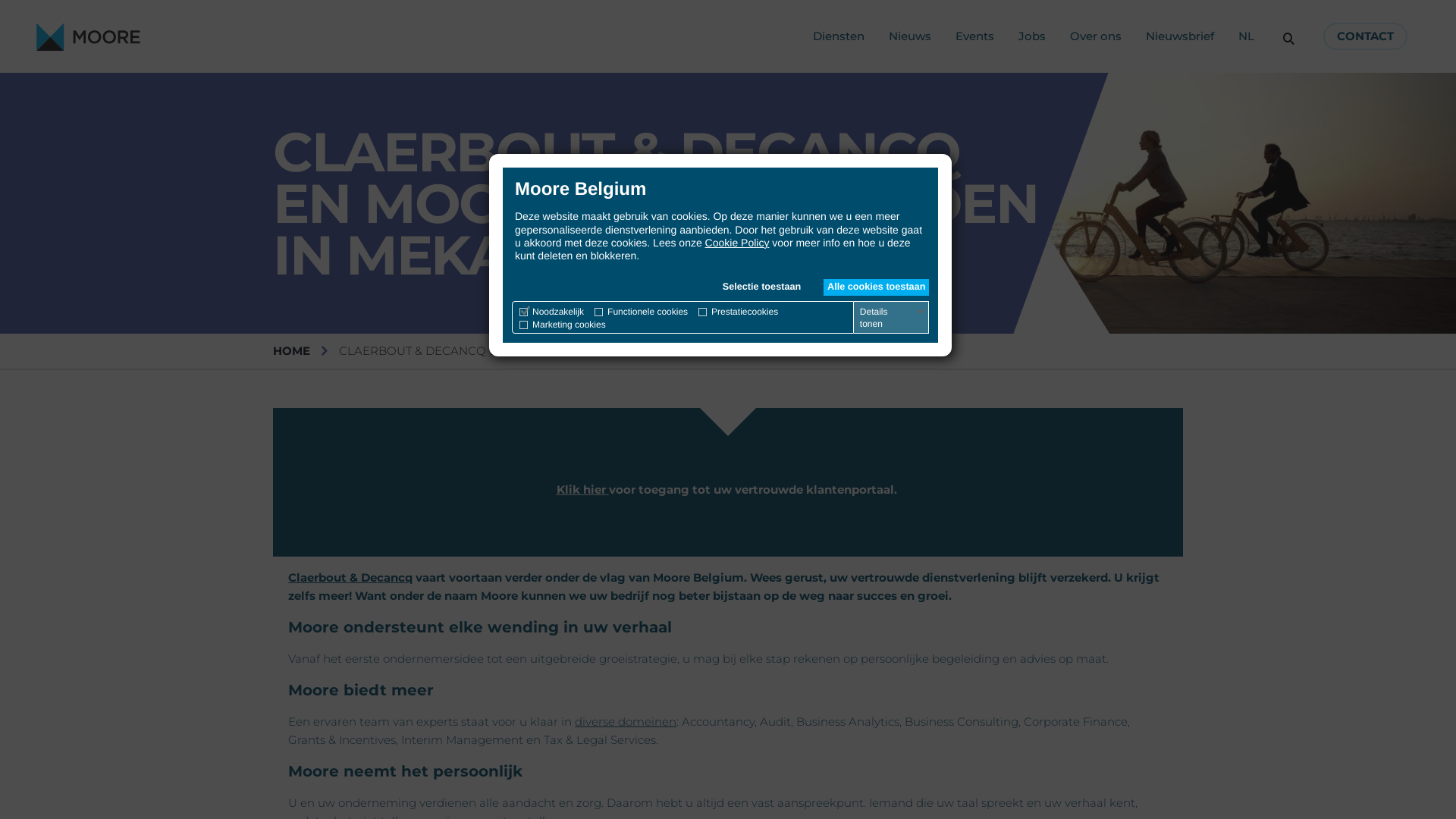 The image size is (1456, 819). What do you see at coordinates (1031, 35) in the screenshot?
I see `'Jobs'` at bounding box center [1031, 35].